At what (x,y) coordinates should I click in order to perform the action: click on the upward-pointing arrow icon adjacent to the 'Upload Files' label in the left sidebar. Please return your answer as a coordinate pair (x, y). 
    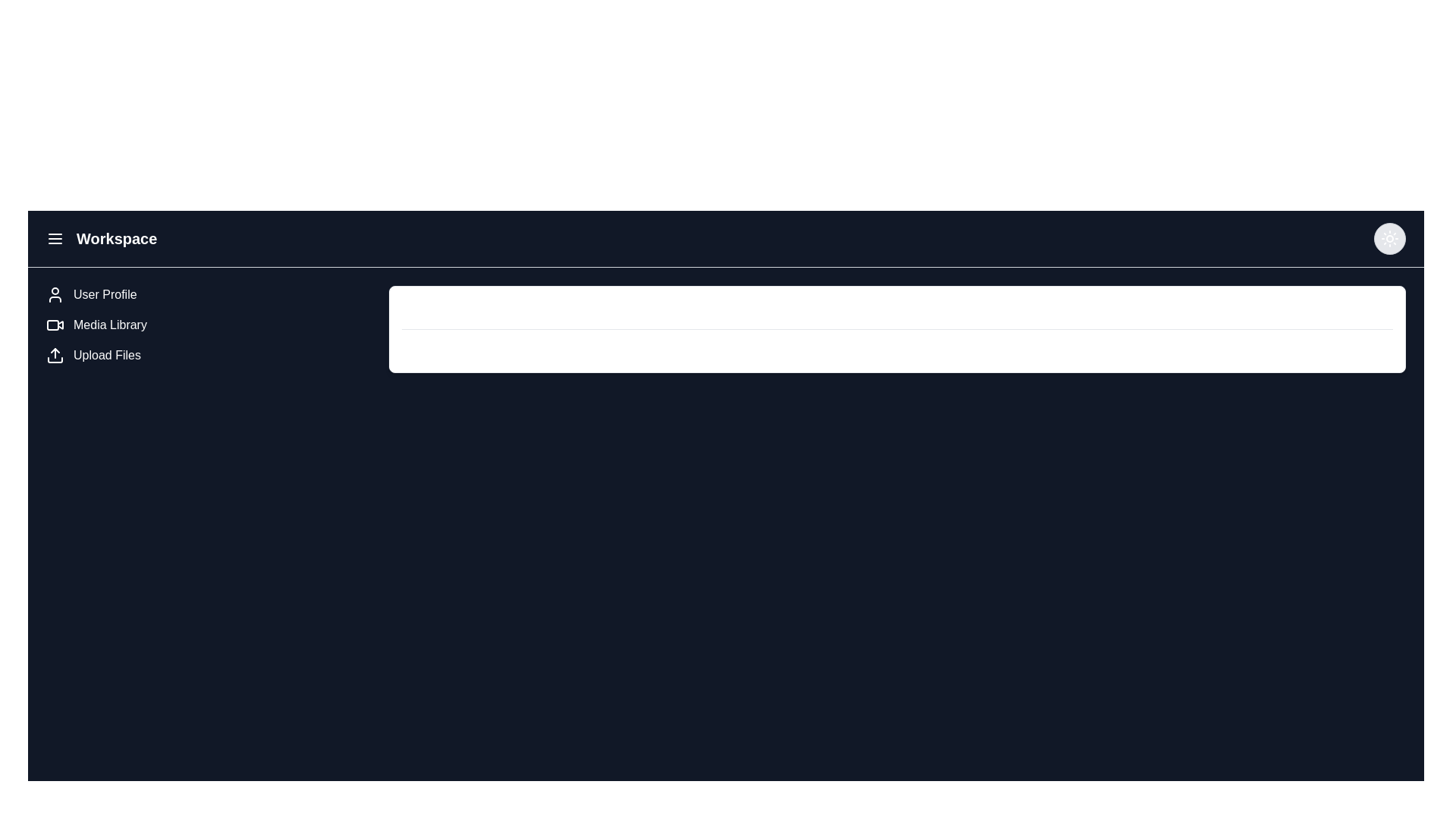
    Looking at the image, I should click on (55, 356).